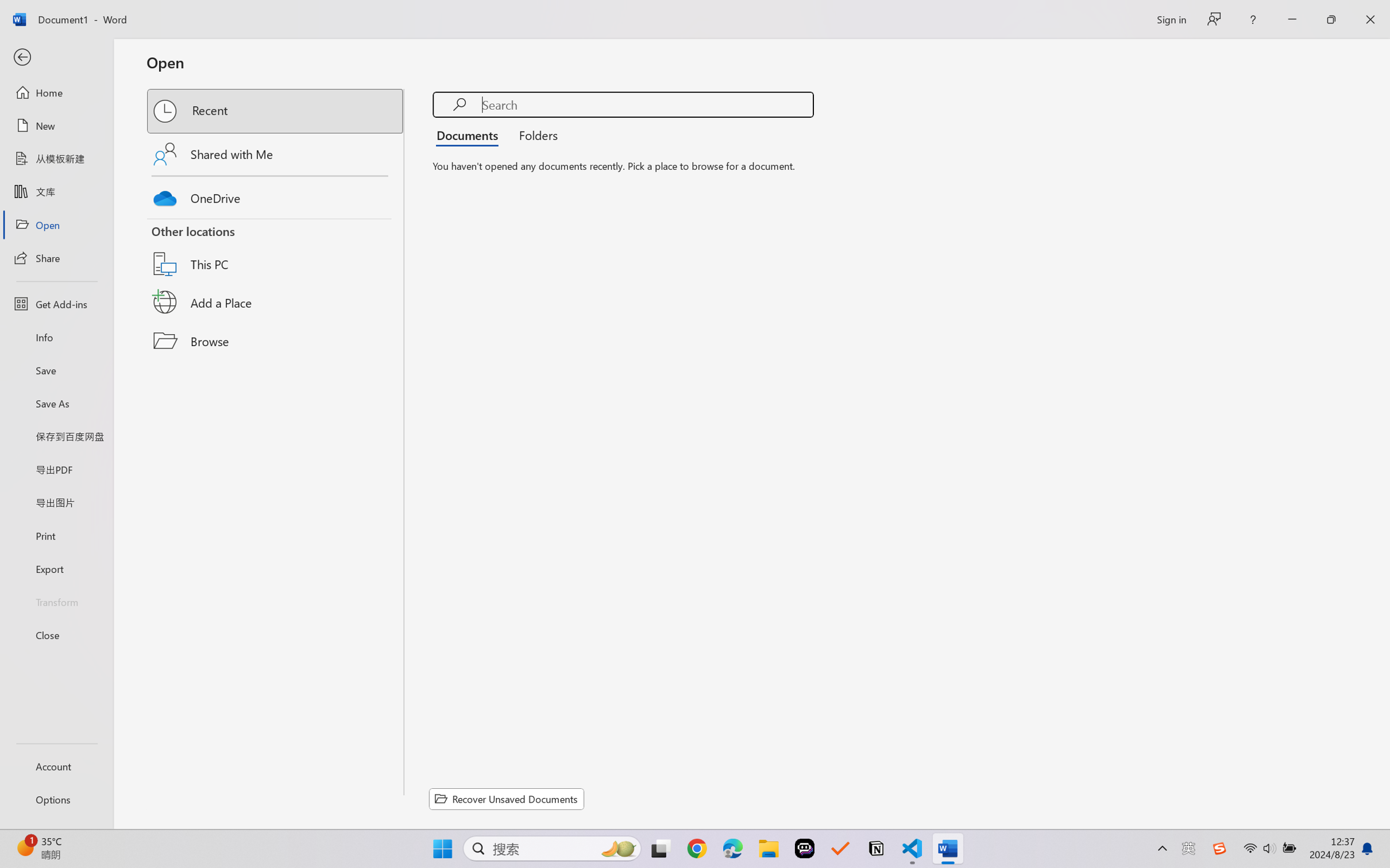 This screenshot has height=868, width=1390. What do you see at coordinates (276, 153) in the screenshot?
I see `'Shared with Me'` at bounding box center [276, 153].